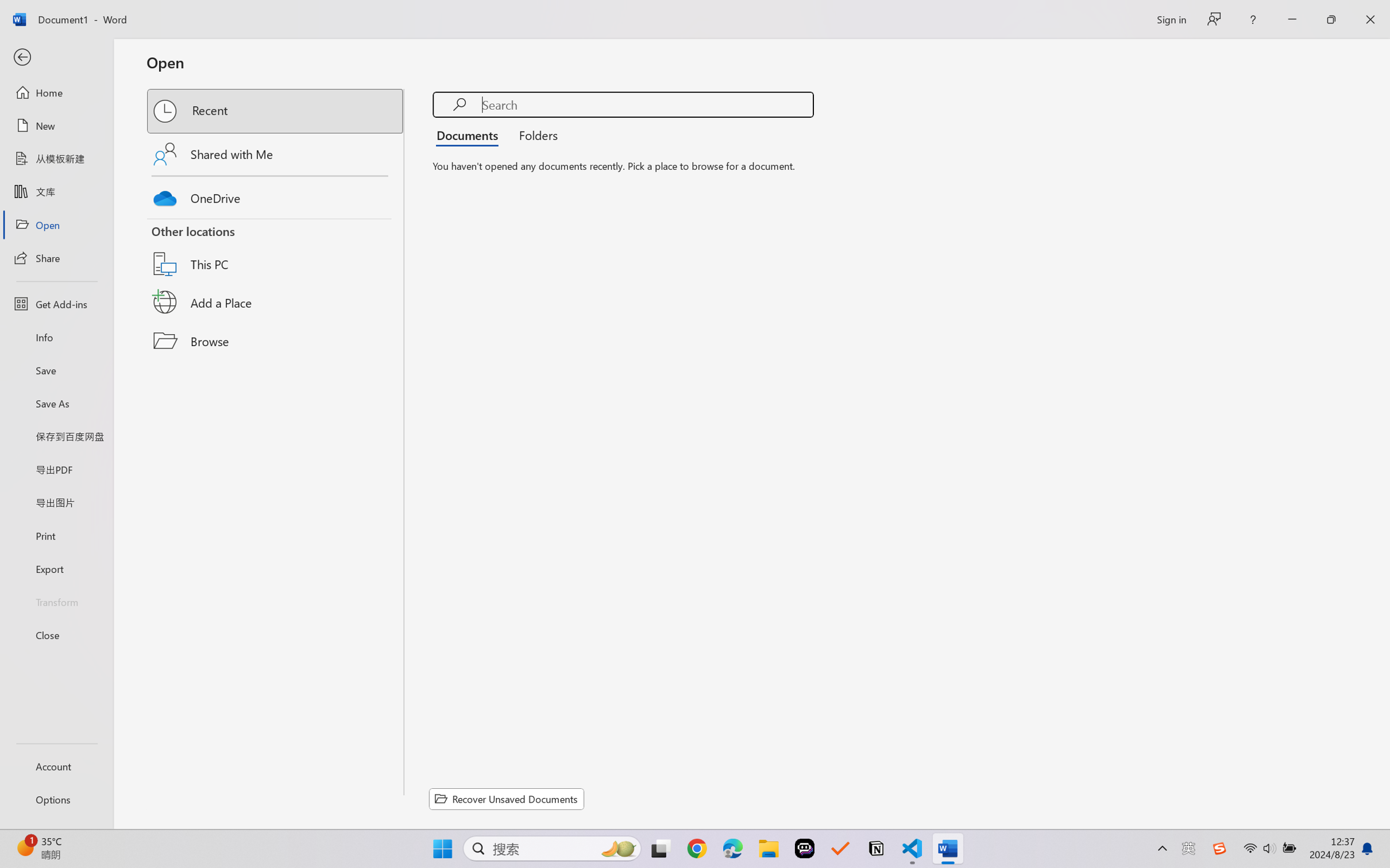 This screenshot has height=868, width=1390. What do you see at coordinates (276, 153) in the screenshot?
I see `'Shared with Me'` at bounding box center [276, 153].